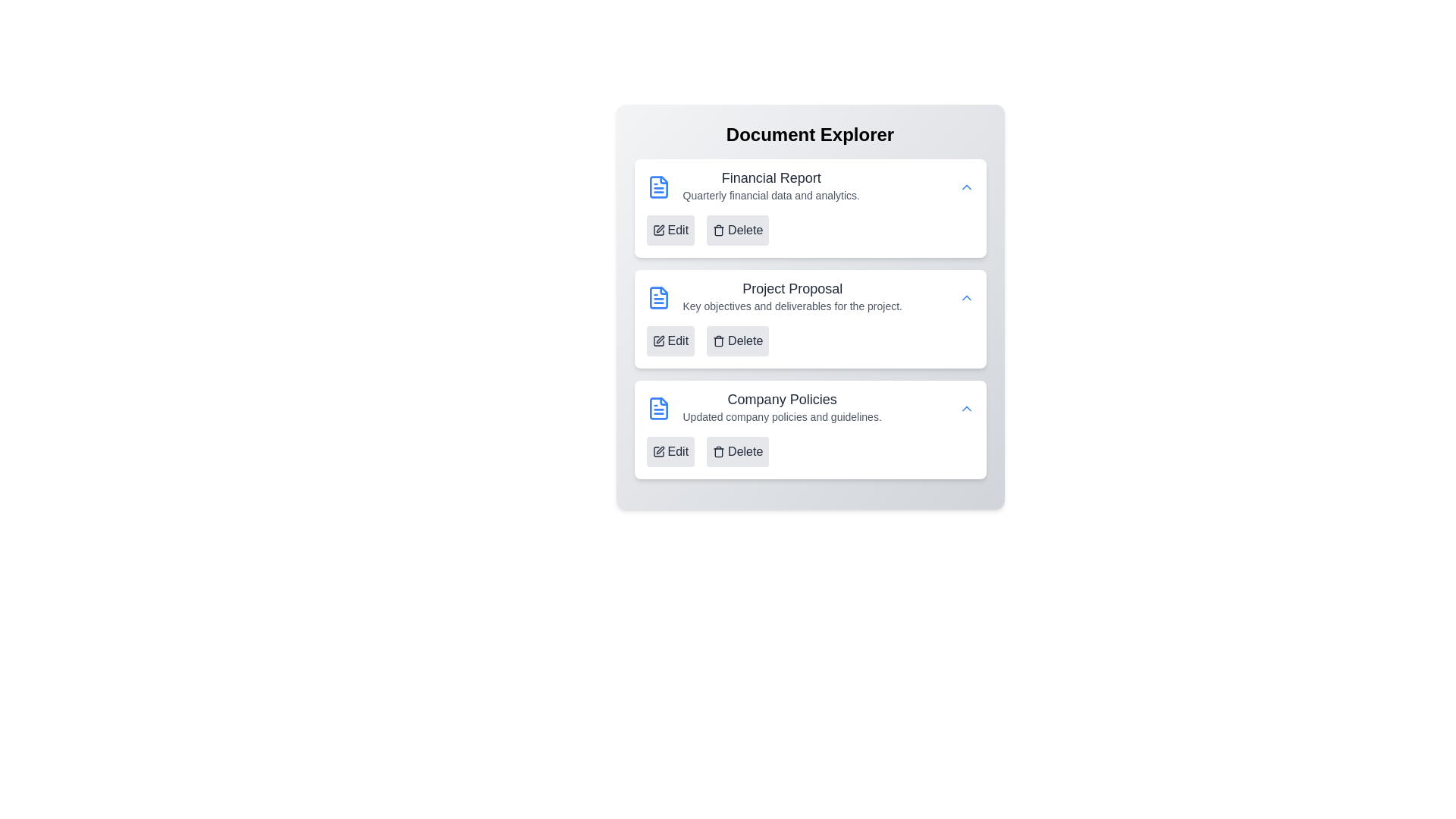 This screenshot has height=819, width=1456. Describe the element at coordinates (738, 341) in the screenshot. I see `'Delete' button for the document titled 'Project Proposal'` at that location.